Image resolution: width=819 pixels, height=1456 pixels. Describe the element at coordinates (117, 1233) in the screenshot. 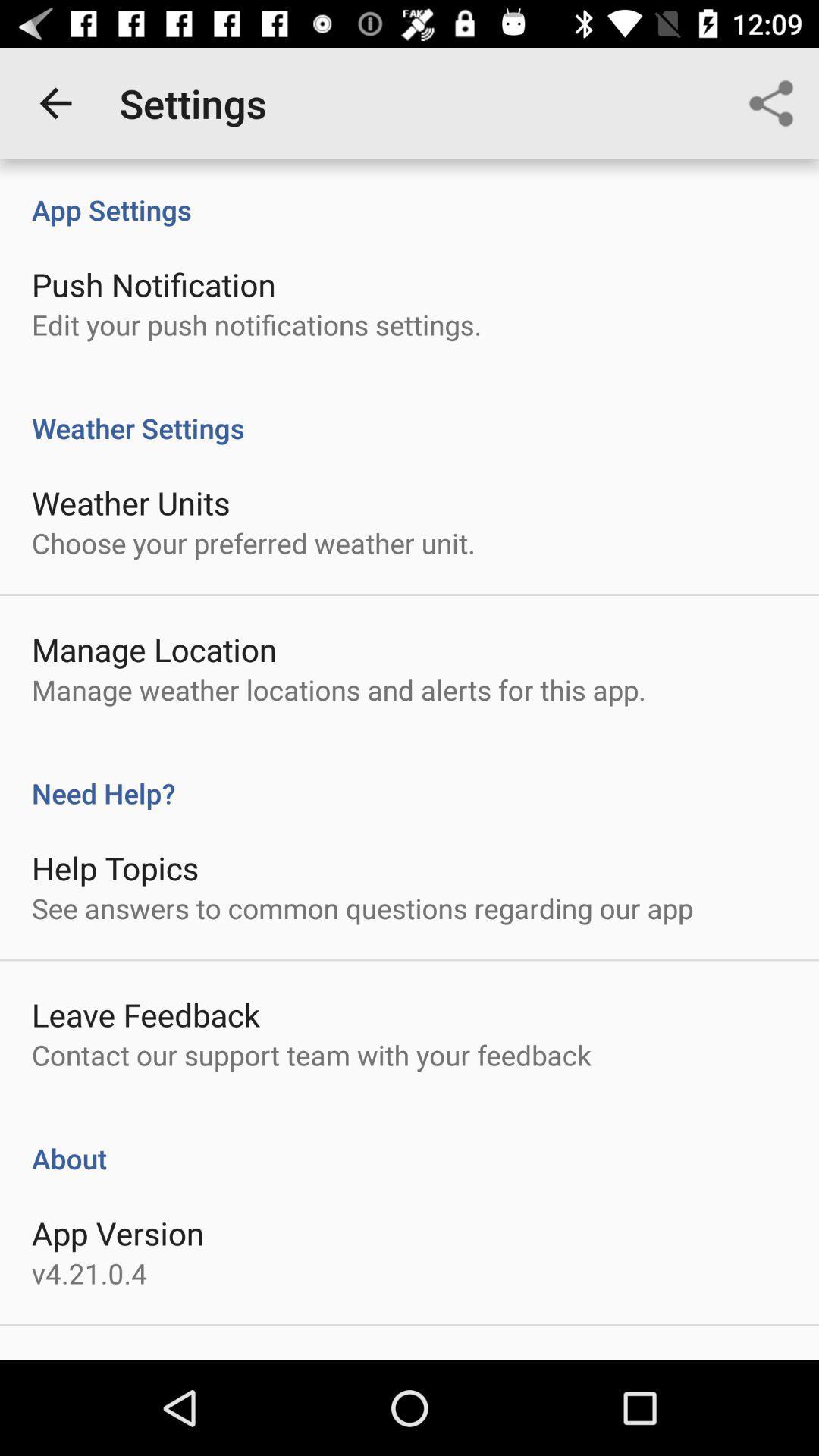

I see `item above v4 21 0` at that location.